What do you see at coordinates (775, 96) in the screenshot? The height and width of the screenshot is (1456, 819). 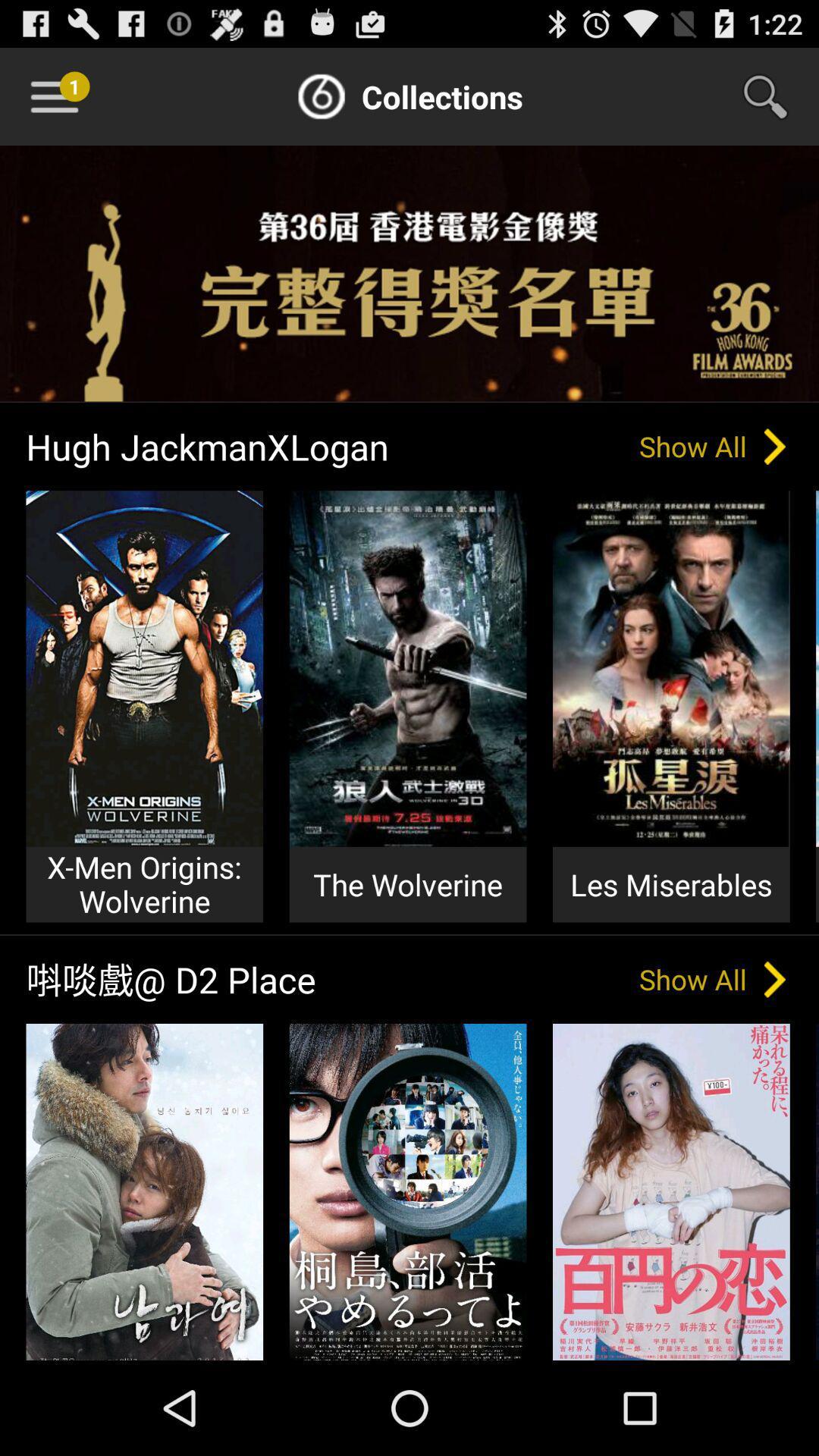 I see `search bar below time` at bounding box center [775, 96].